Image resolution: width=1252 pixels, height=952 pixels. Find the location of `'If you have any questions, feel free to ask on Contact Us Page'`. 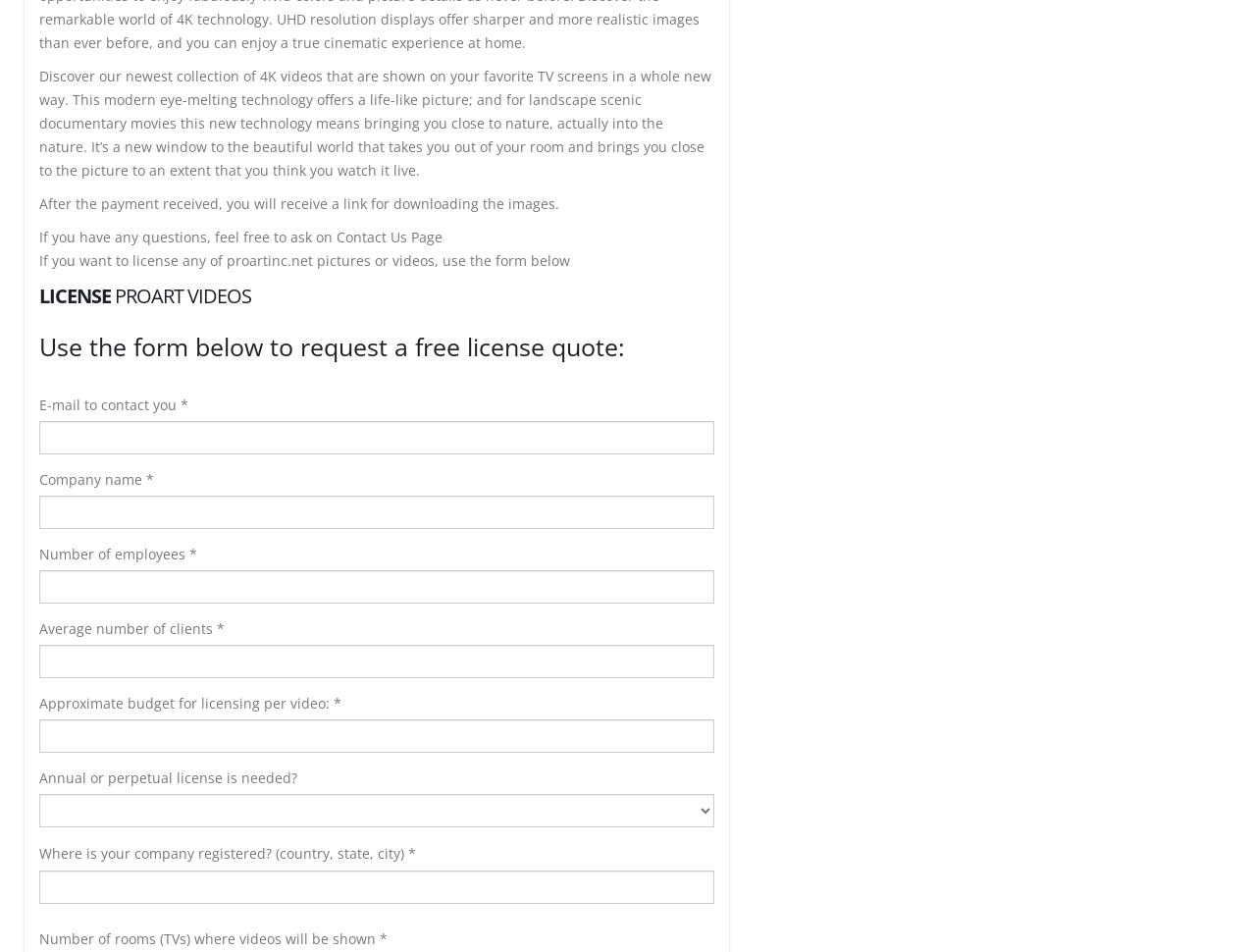

'If you have any questions, feel free to ask on Contact Us Page' is located at coordinates (38, 236).